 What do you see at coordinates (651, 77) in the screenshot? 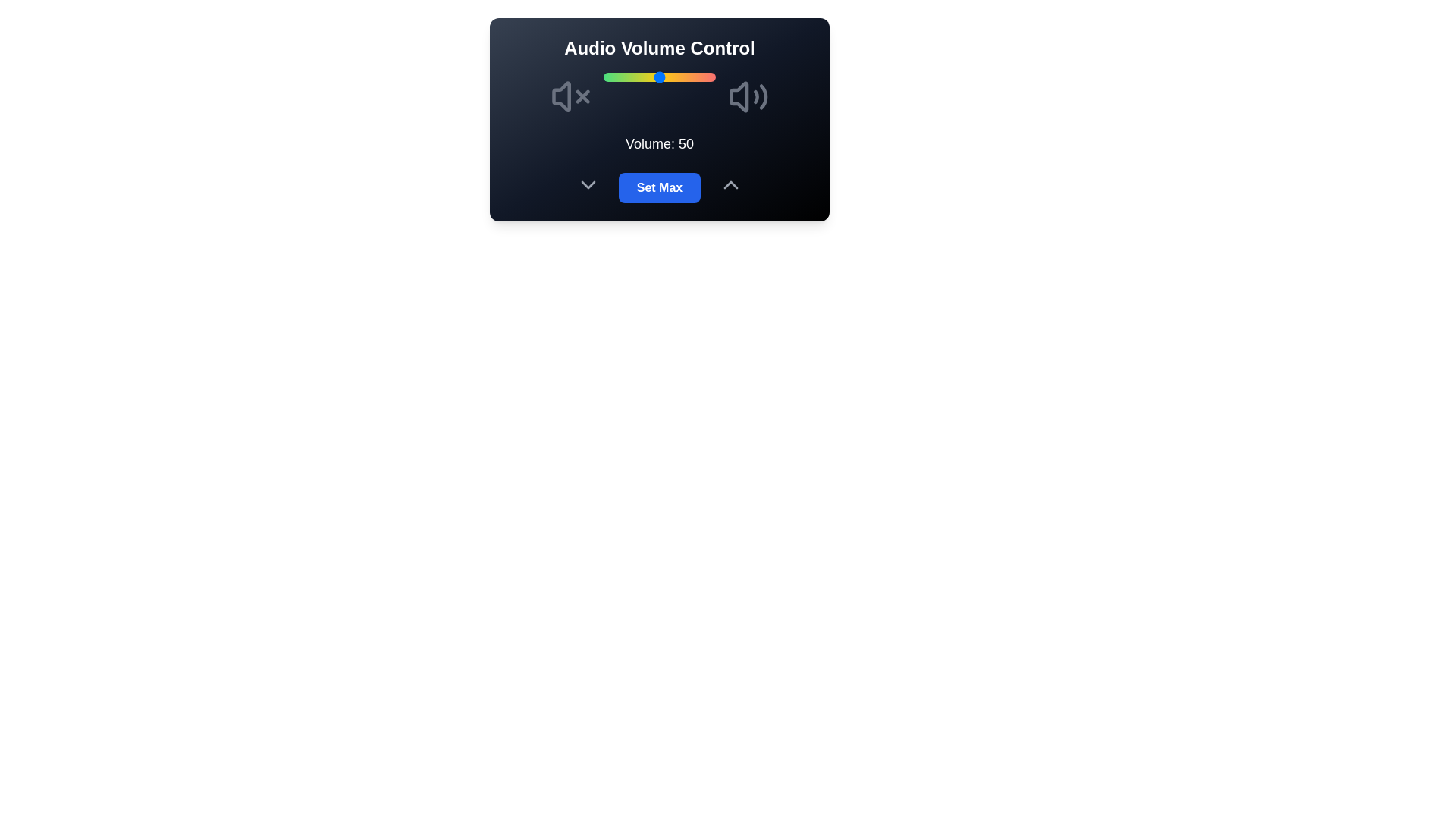
I see `the volume slider to 43 percent` at bounding box center [651, 77].